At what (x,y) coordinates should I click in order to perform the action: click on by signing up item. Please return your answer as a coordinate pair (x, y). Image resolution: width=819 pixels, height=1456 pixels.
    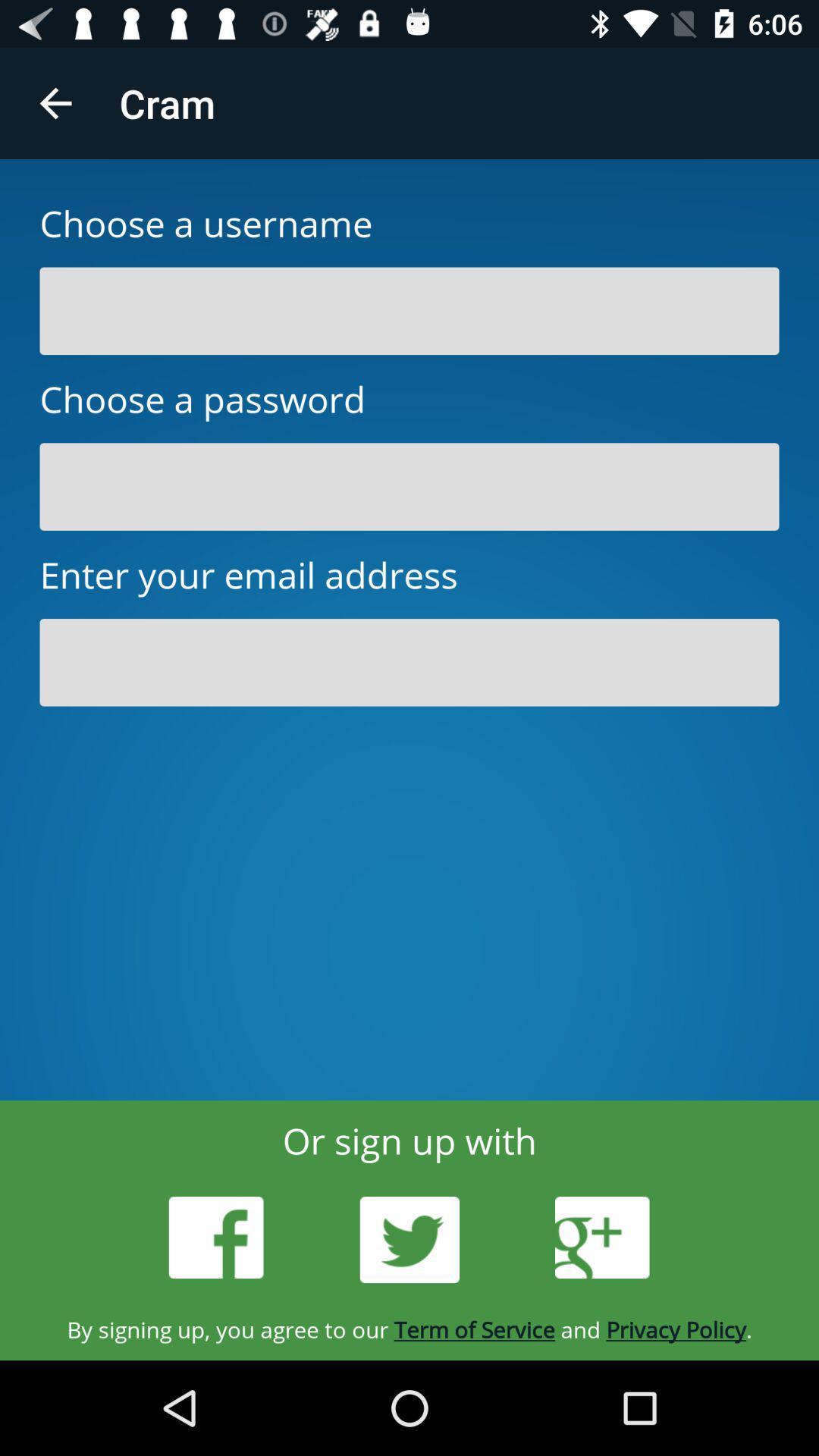
    Looking at the image, I should click on (409, 1329).